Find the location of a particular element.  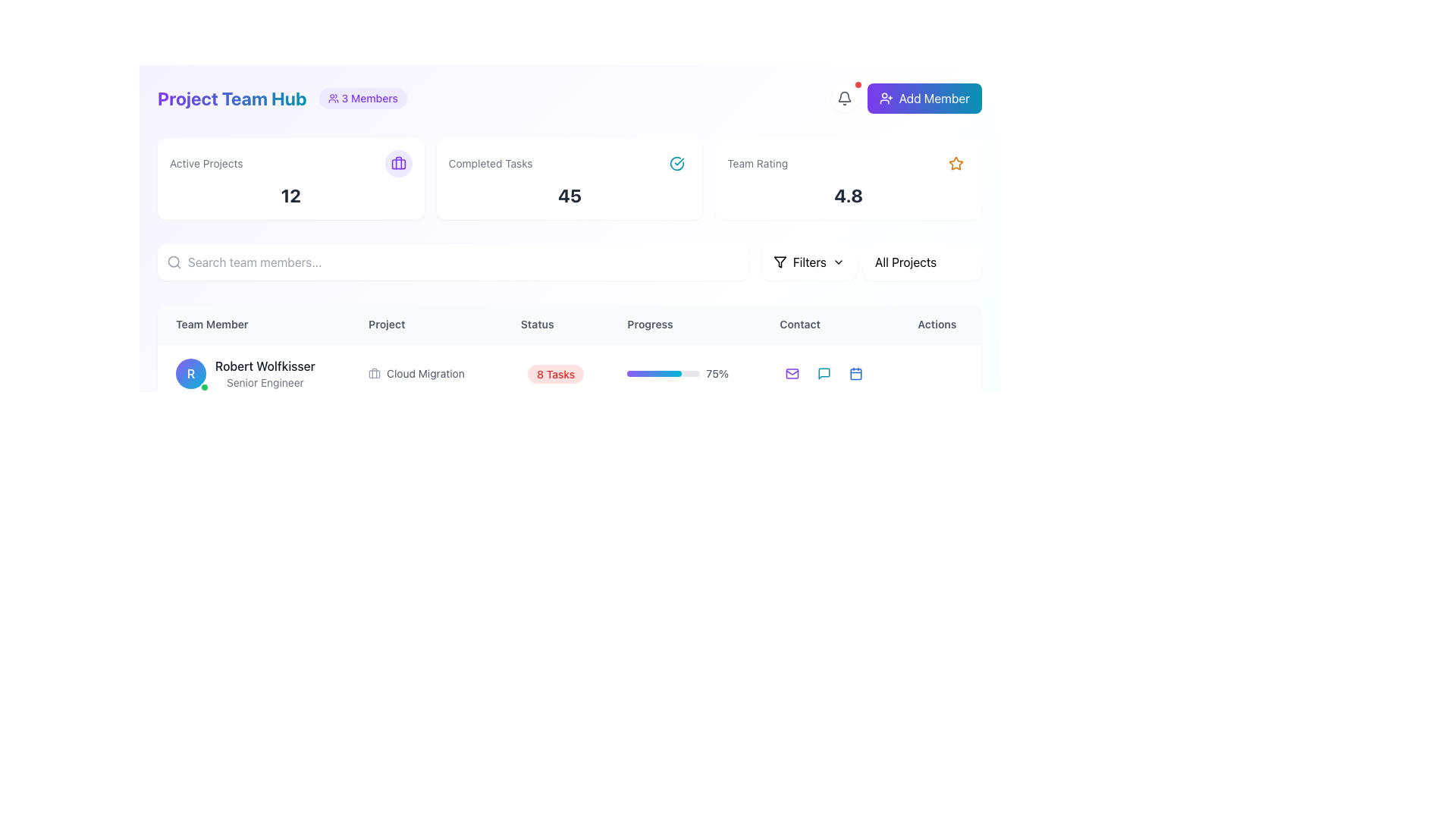

to select the first row of the interactive table displaying information about the team member Robert Wolfkisser, including project details and action icons is located at coordinates (569, 373).